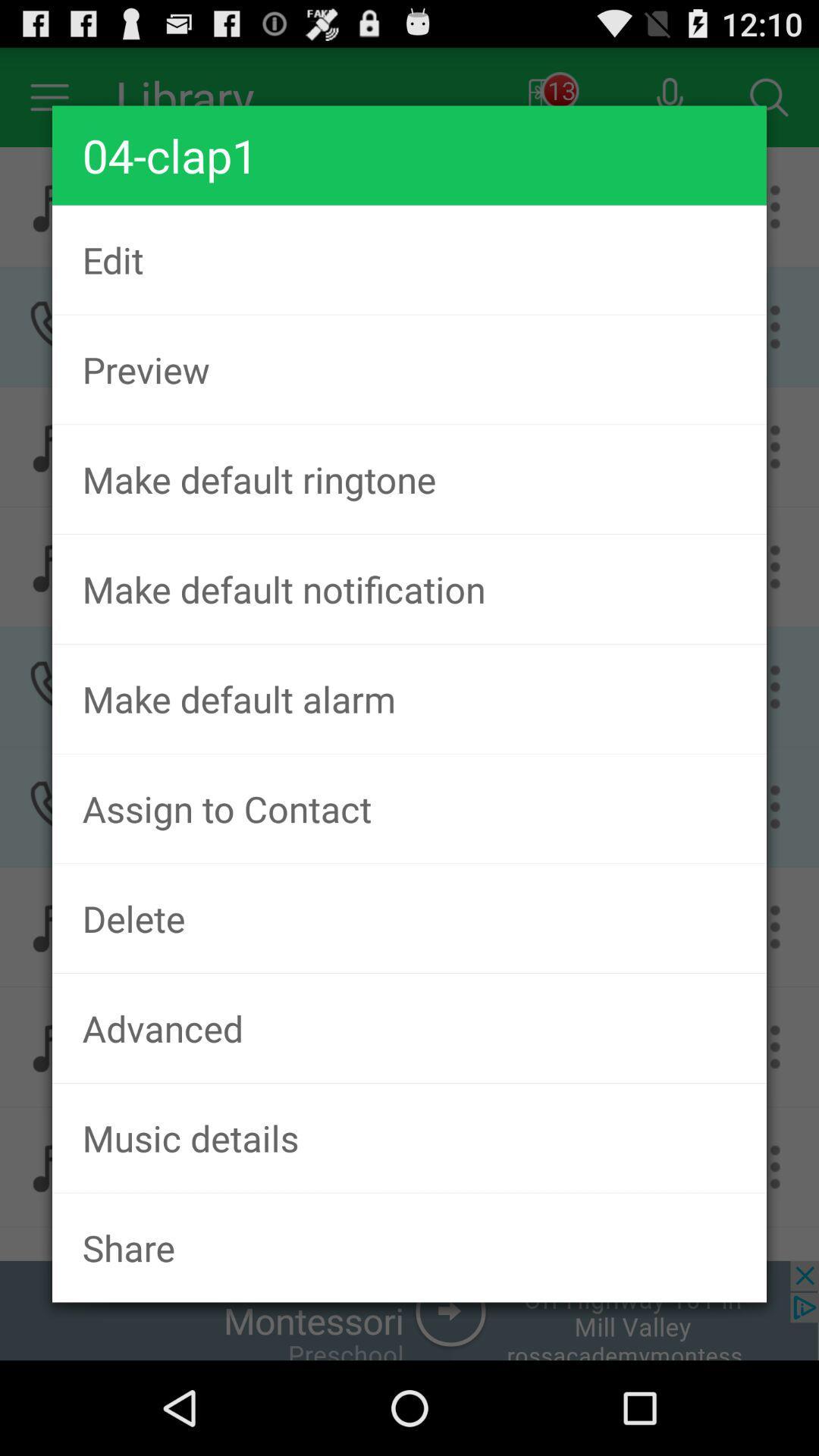 Image resolution: width=819 pixels, height=1456 pixels. Describe the element at coordinates (409, 1028) in the screenshot. I see `advanced app` at that location.